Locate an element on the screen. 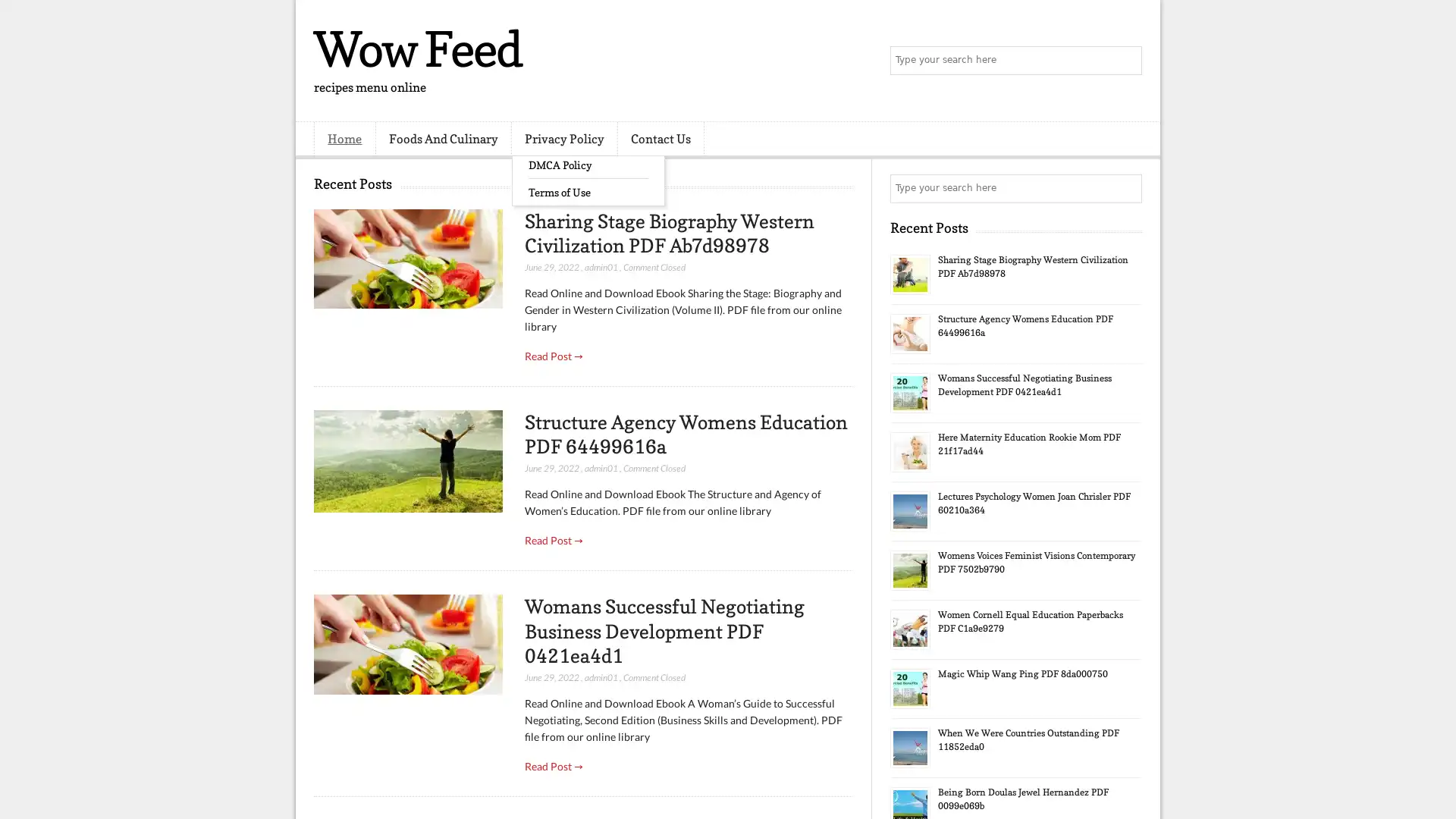  Search is located at coordinates (1126, 61).